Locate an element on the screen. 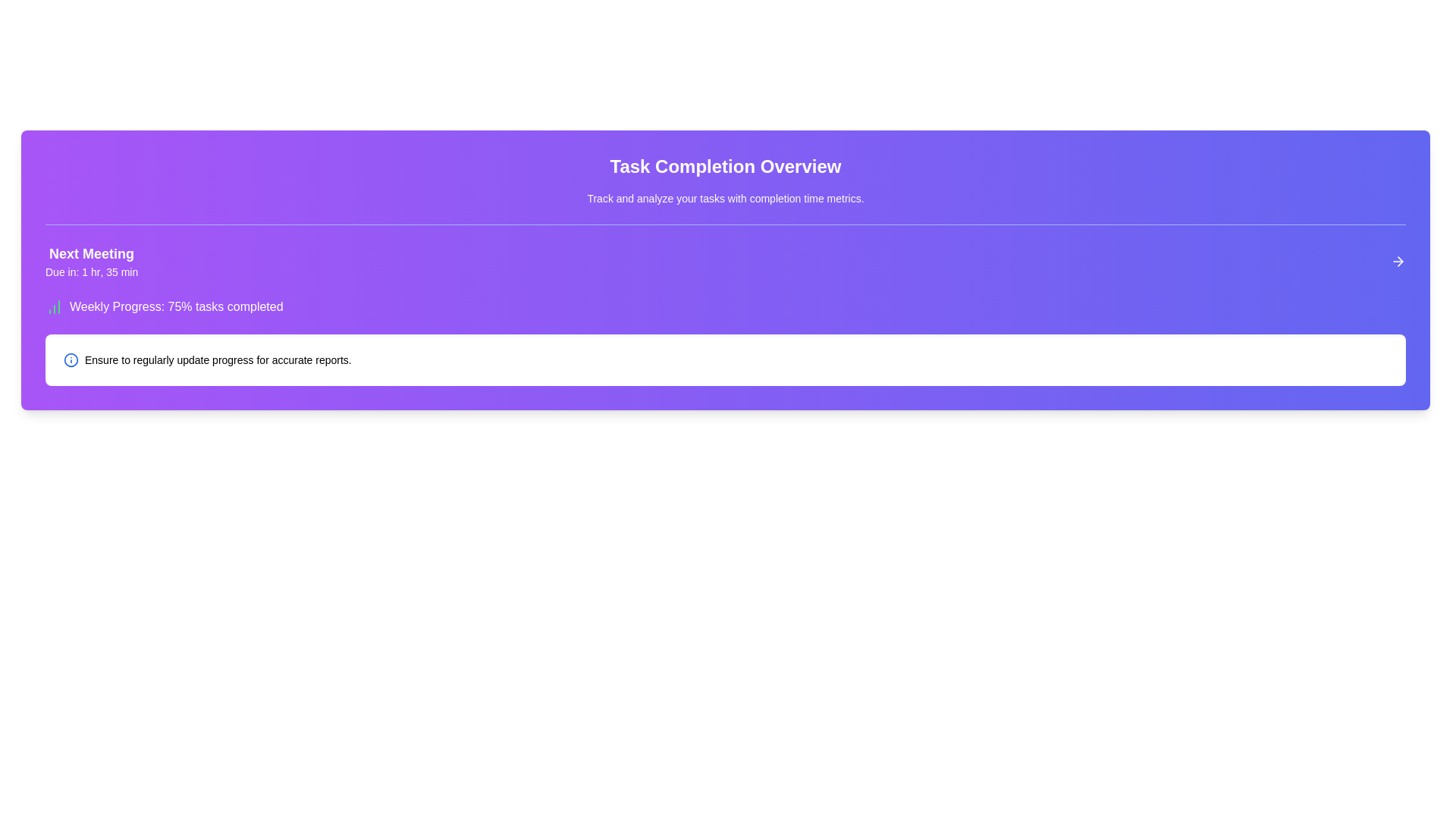  text label denoting the time unit 'minutes' located to the right of the numeric value '35' in the countdown display under the 'Next Meeting' heading is located at coordinates (129, 271).